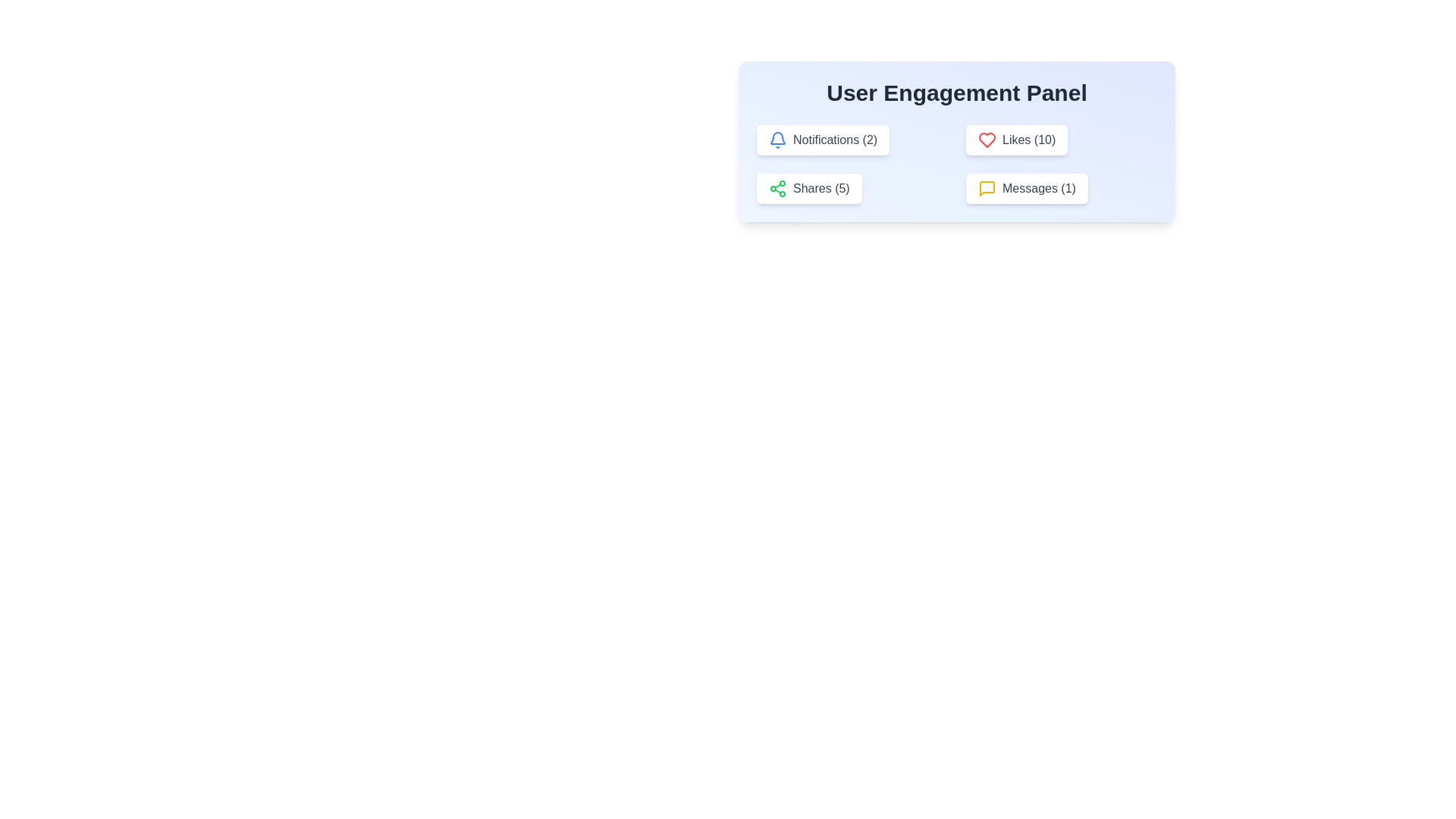 Image resolution: width=1456 pixels, height=819 pixels. I want to click on the SVG Icon that symbolizes the sharing option located in the lower-left card under 'User Engagement Panel', positioned to the left of 'Shares (5)', so click(778, 188).